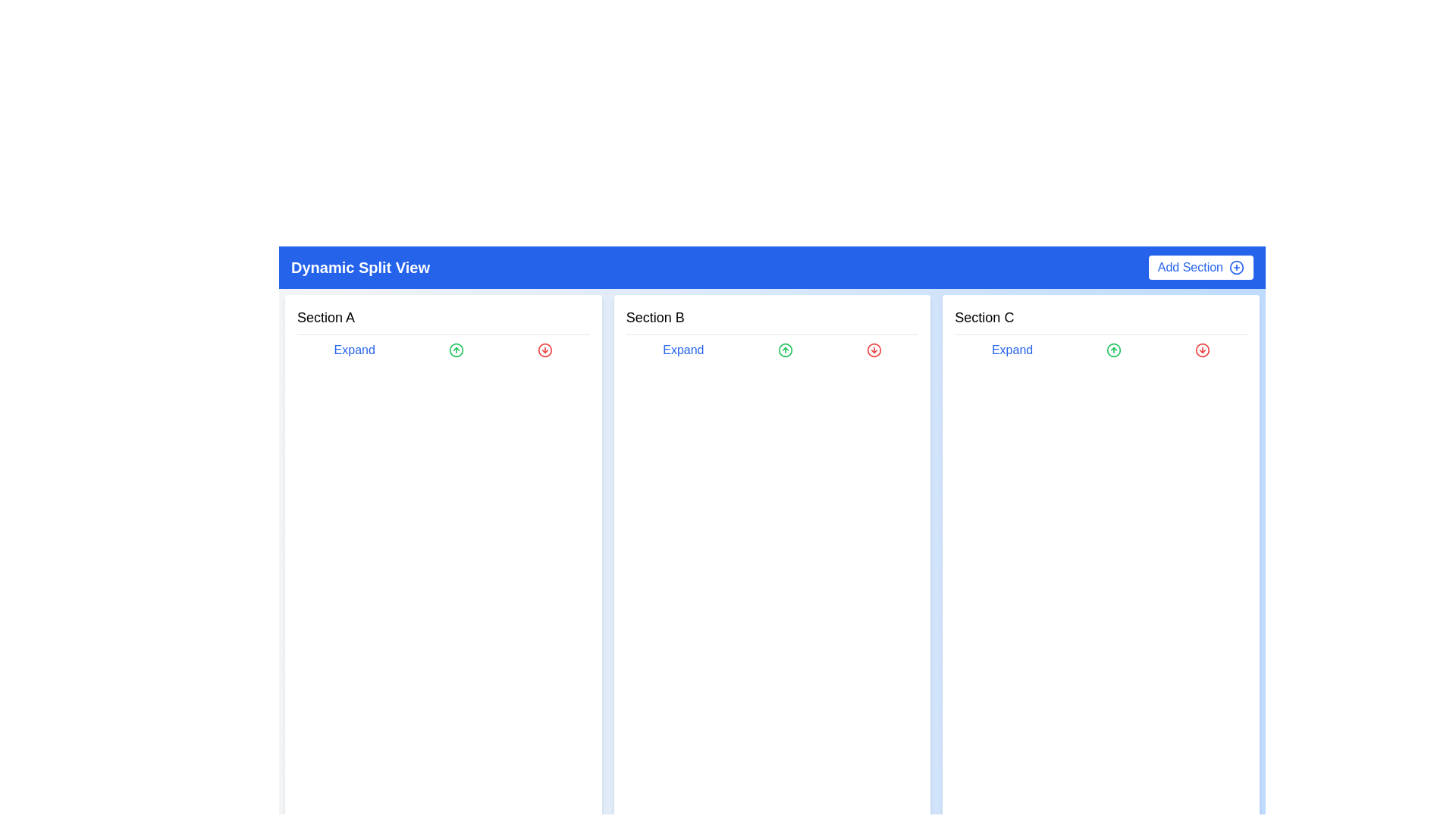 The image size is (1456, 819). I want to click on the prominent red circular graphical component located in the top-right corner of 'Section B', which is part of a red downward arrow icon, so click(874, 350).